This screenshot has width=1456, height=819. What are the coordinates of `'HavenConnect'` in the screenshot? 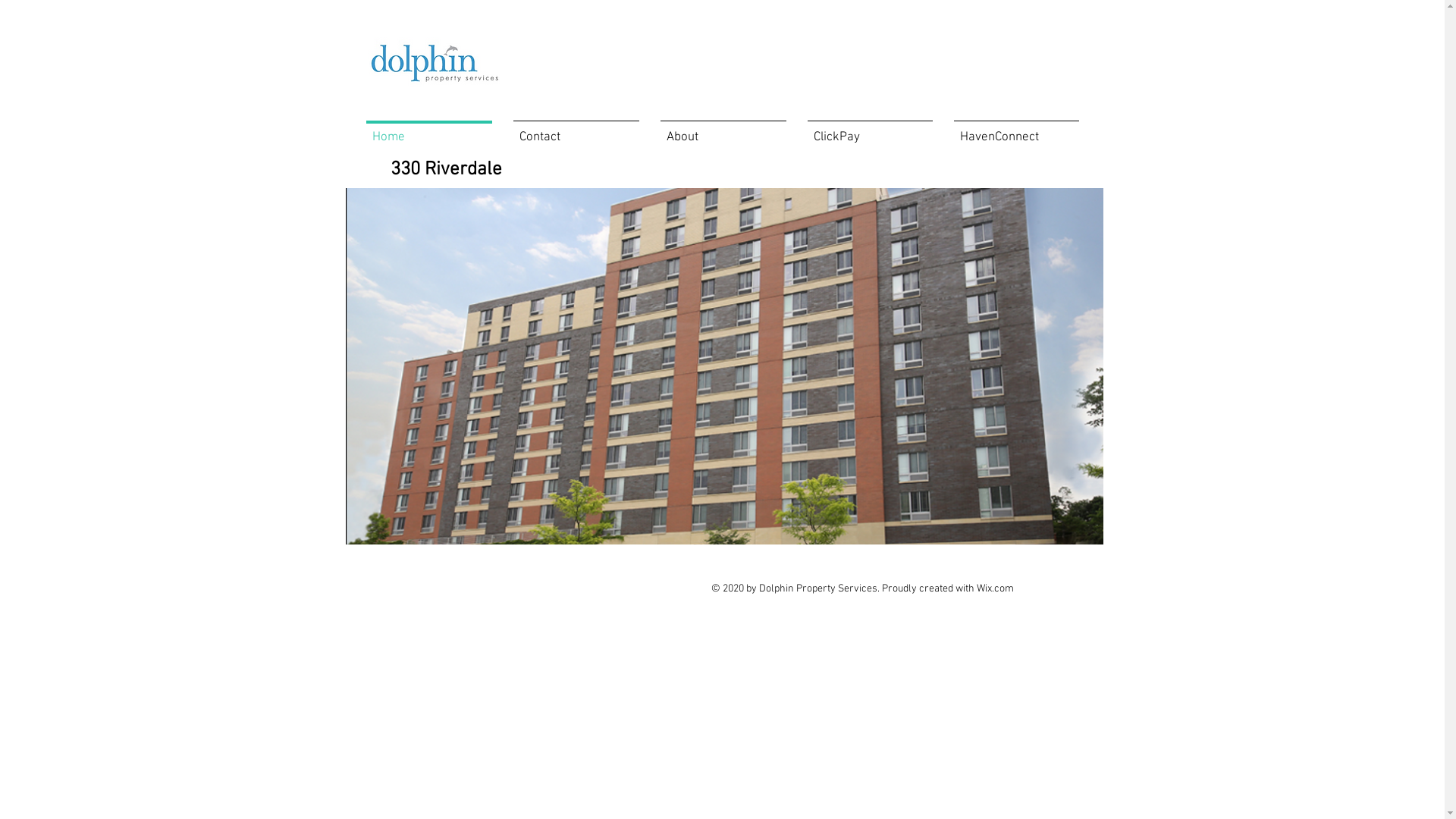 It's located at (1016, 130).